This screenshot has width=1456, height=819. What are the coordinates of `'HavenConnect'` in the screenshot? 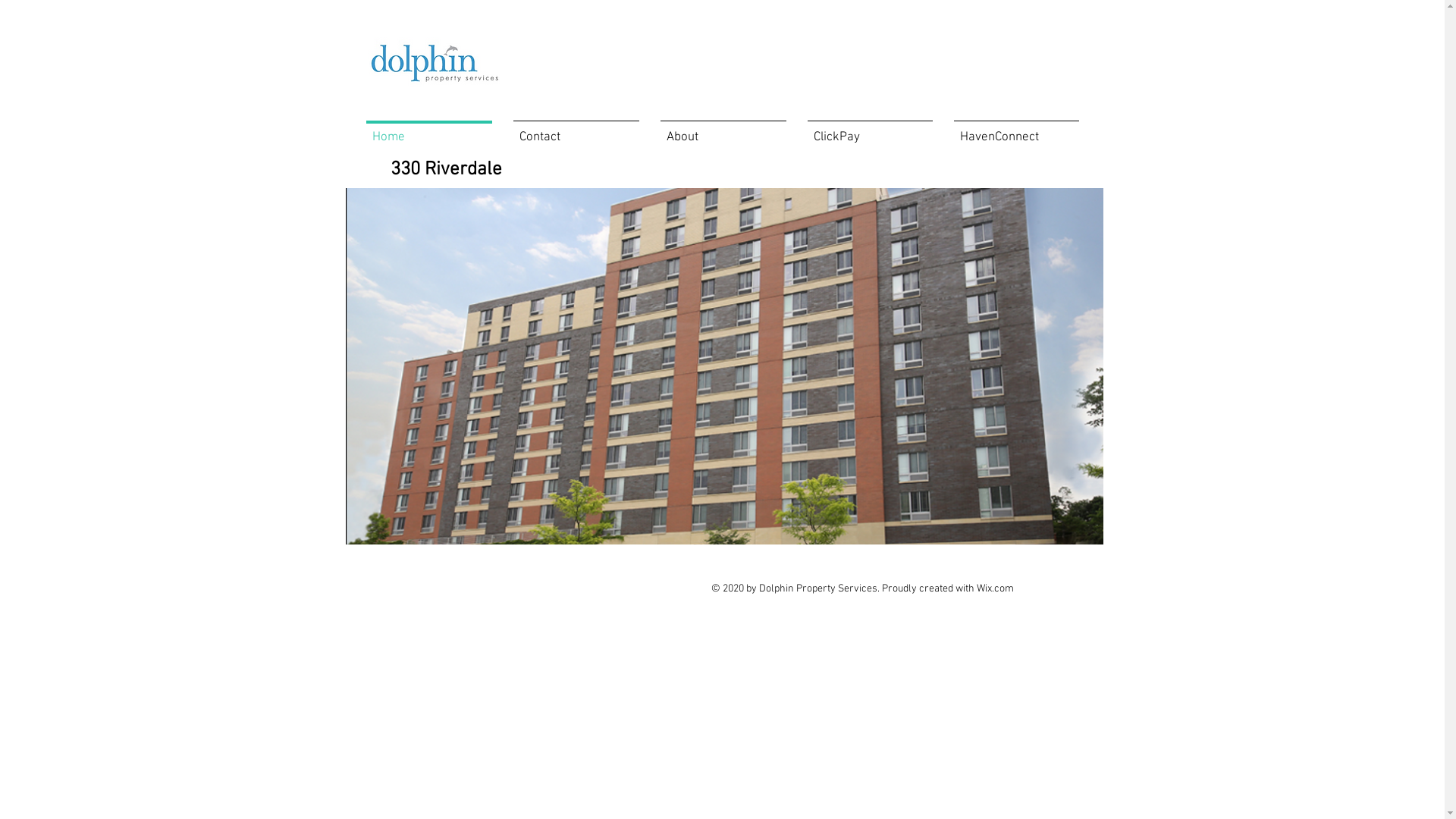 It's located at (1016, 130).